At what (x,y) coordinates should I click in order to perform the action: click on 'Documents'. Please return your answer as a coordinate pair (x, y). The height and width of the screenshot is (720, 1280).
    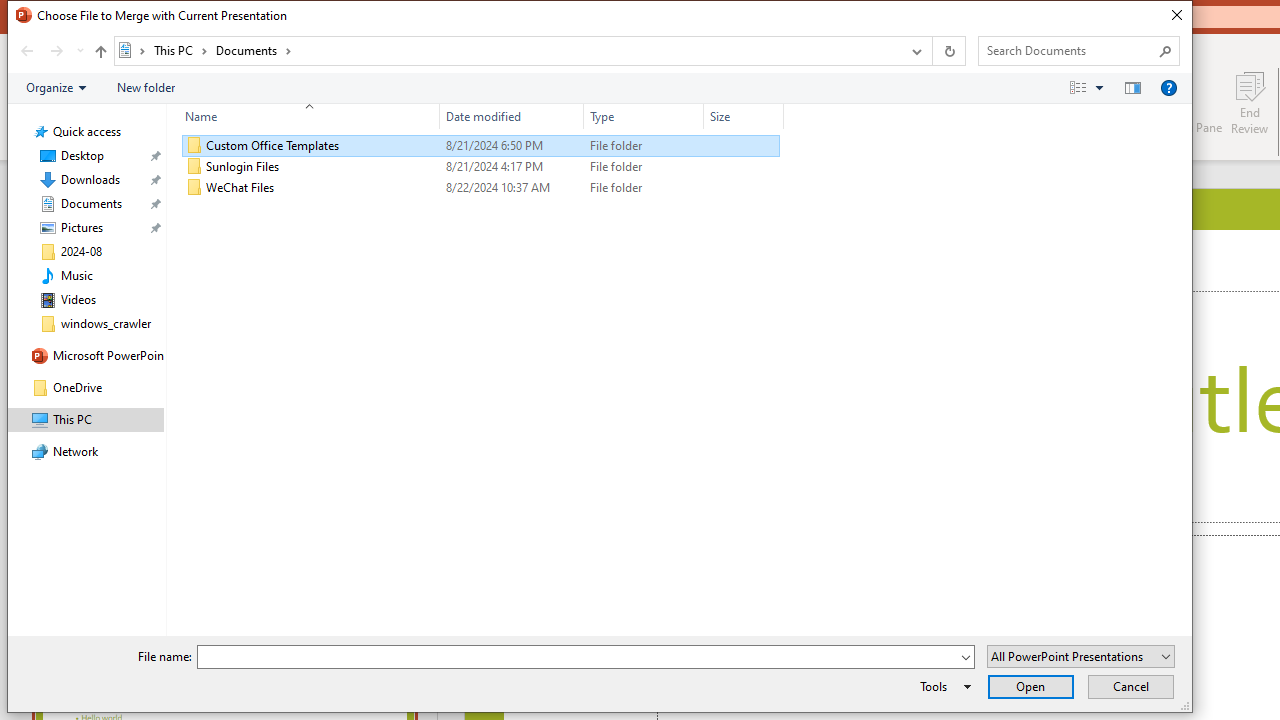
    Looking at the image, I should click on (253, 49).